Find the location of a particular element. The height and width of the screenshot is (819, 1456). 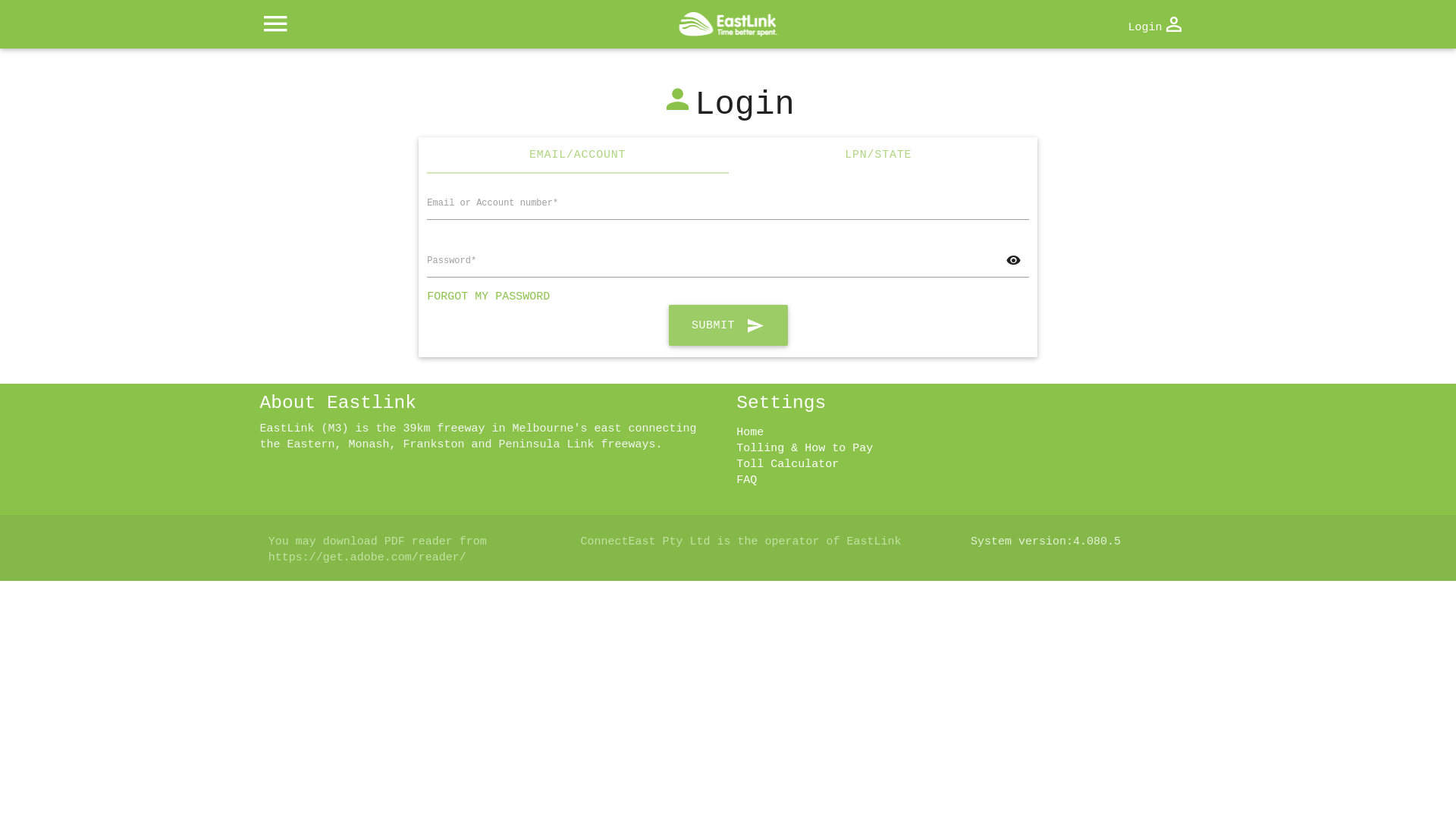

'SUBMIT' is located at coordinates (668, 324).